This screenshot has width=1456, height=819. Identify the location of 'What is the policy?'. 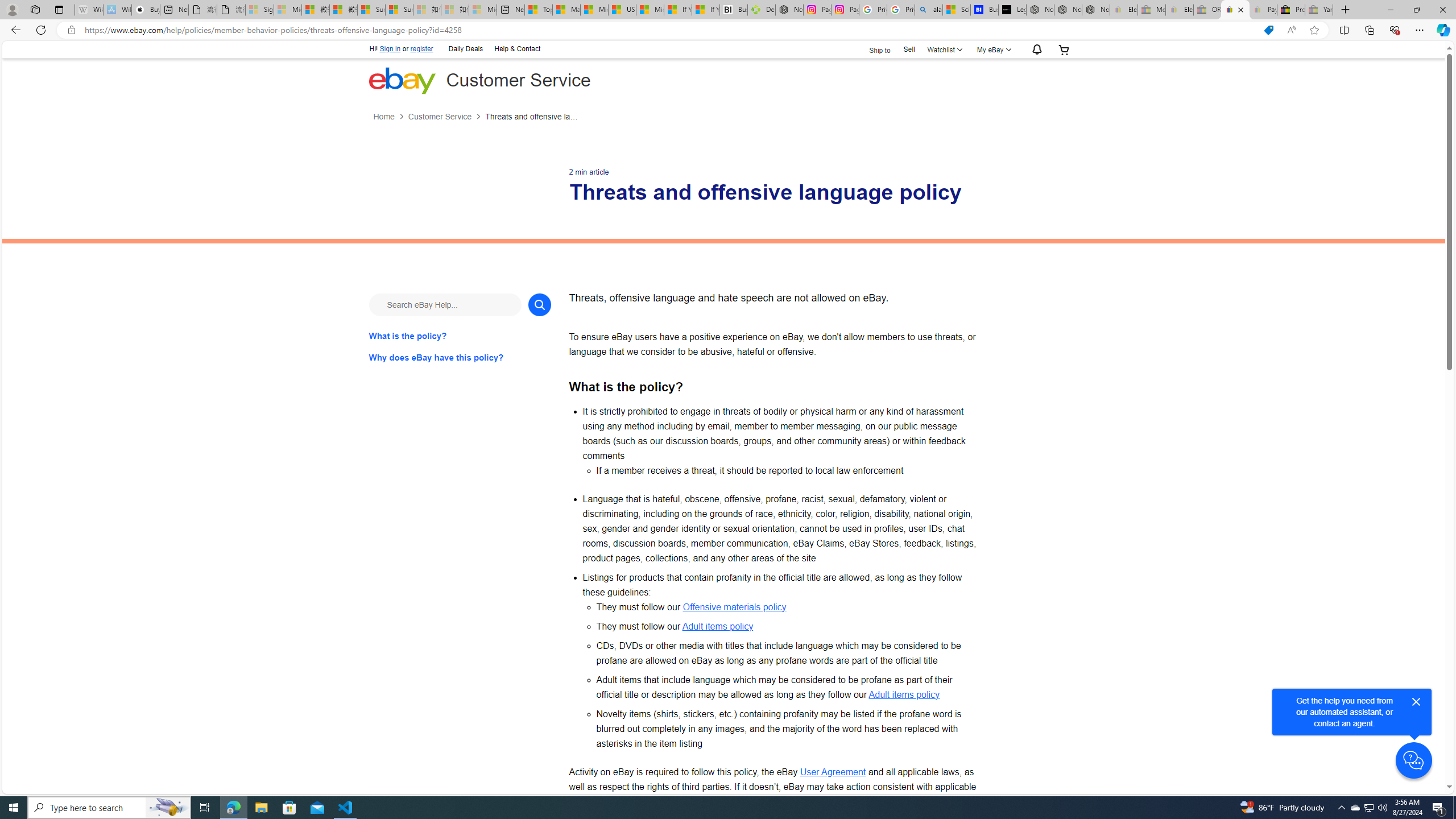
(459, 335).